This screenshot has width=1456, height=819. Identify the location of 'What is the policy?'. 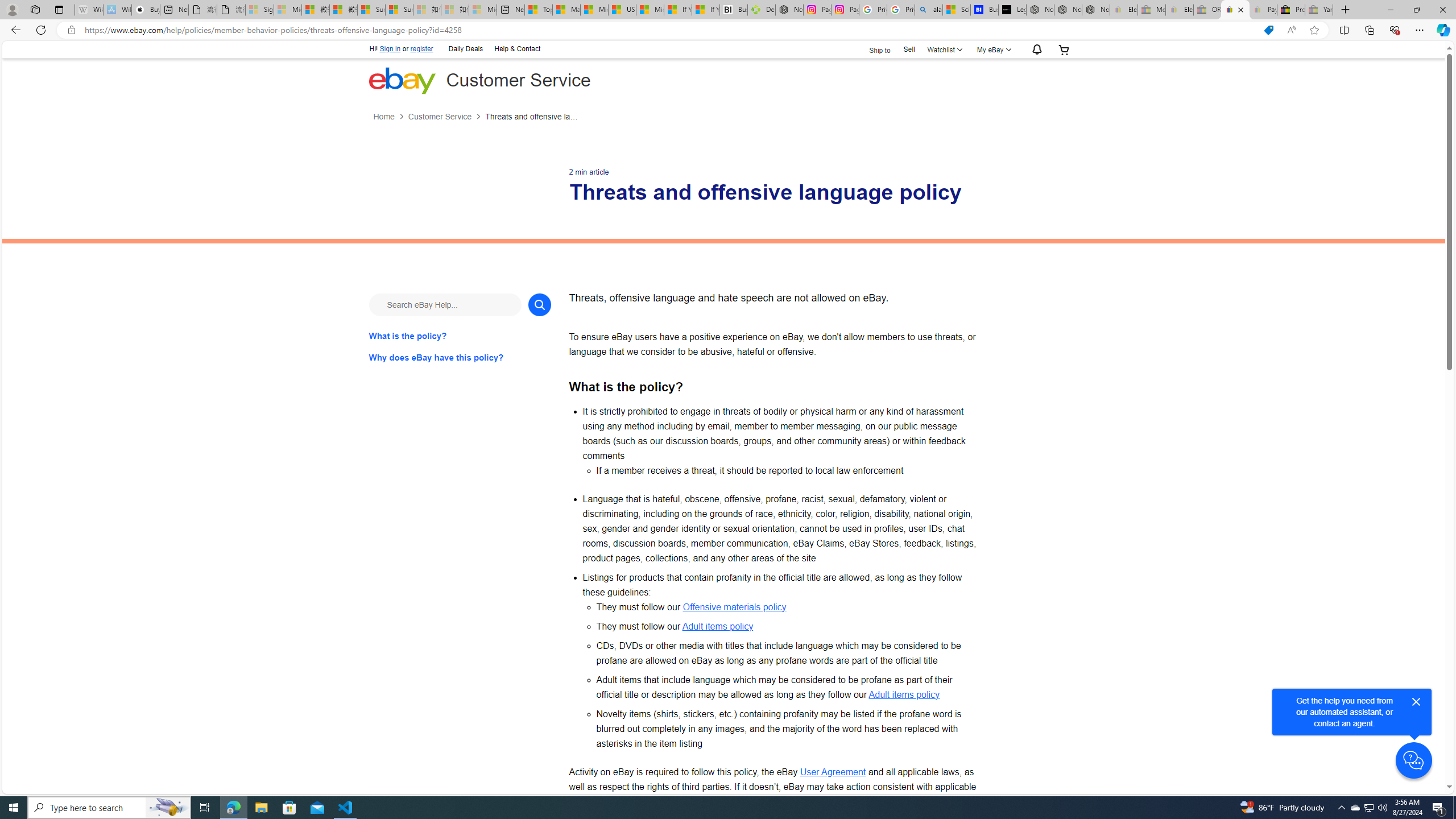
(459, 335).